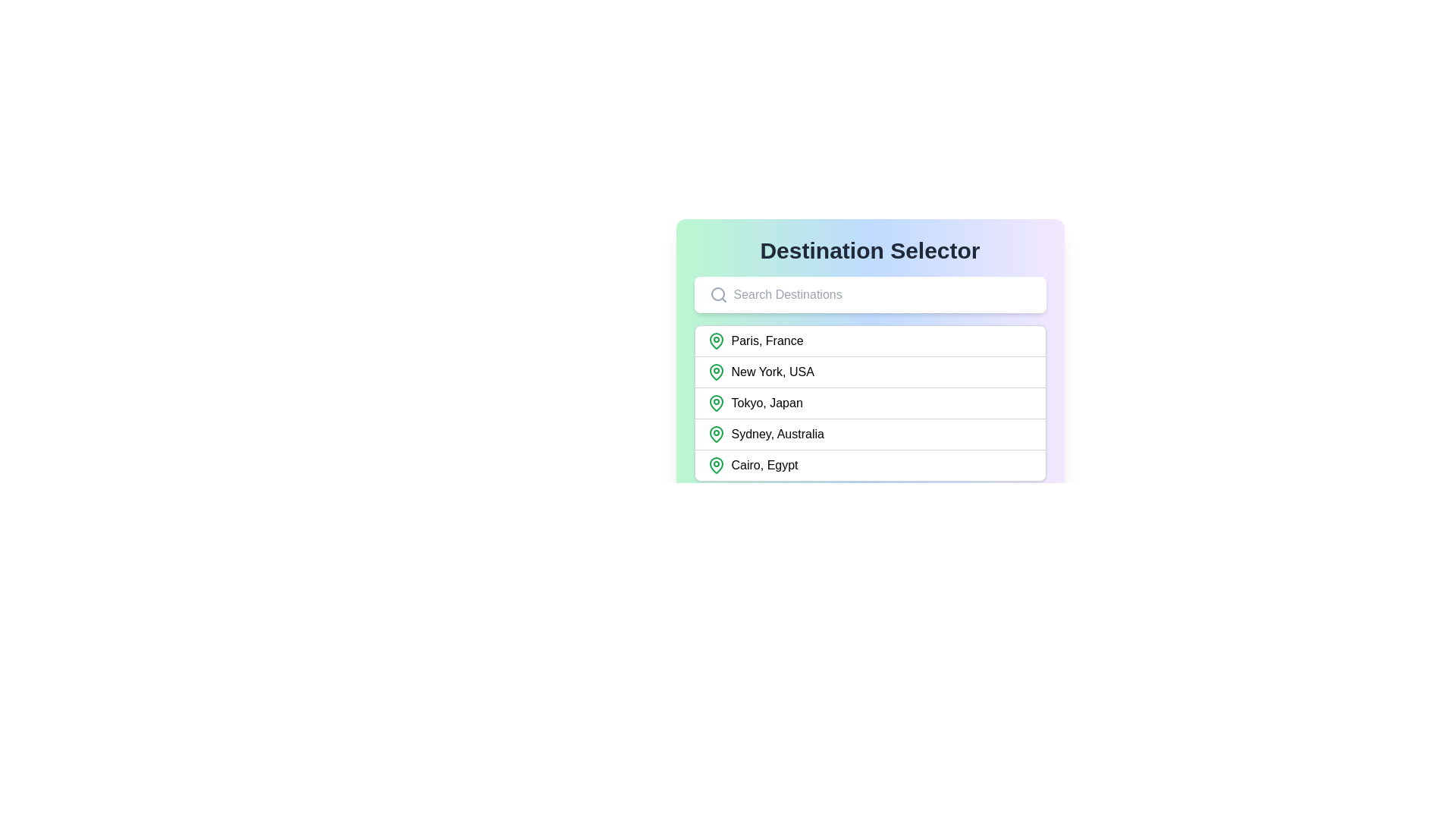 This screenshot has width=1456, height=819. What do you see at coordinates (715, 372) in the screenshot?
I see `the green map pin icon located to the left of the text 'New York, USA' in the second row of the destination list as a visual indicator` at bounding box center [715, 372].